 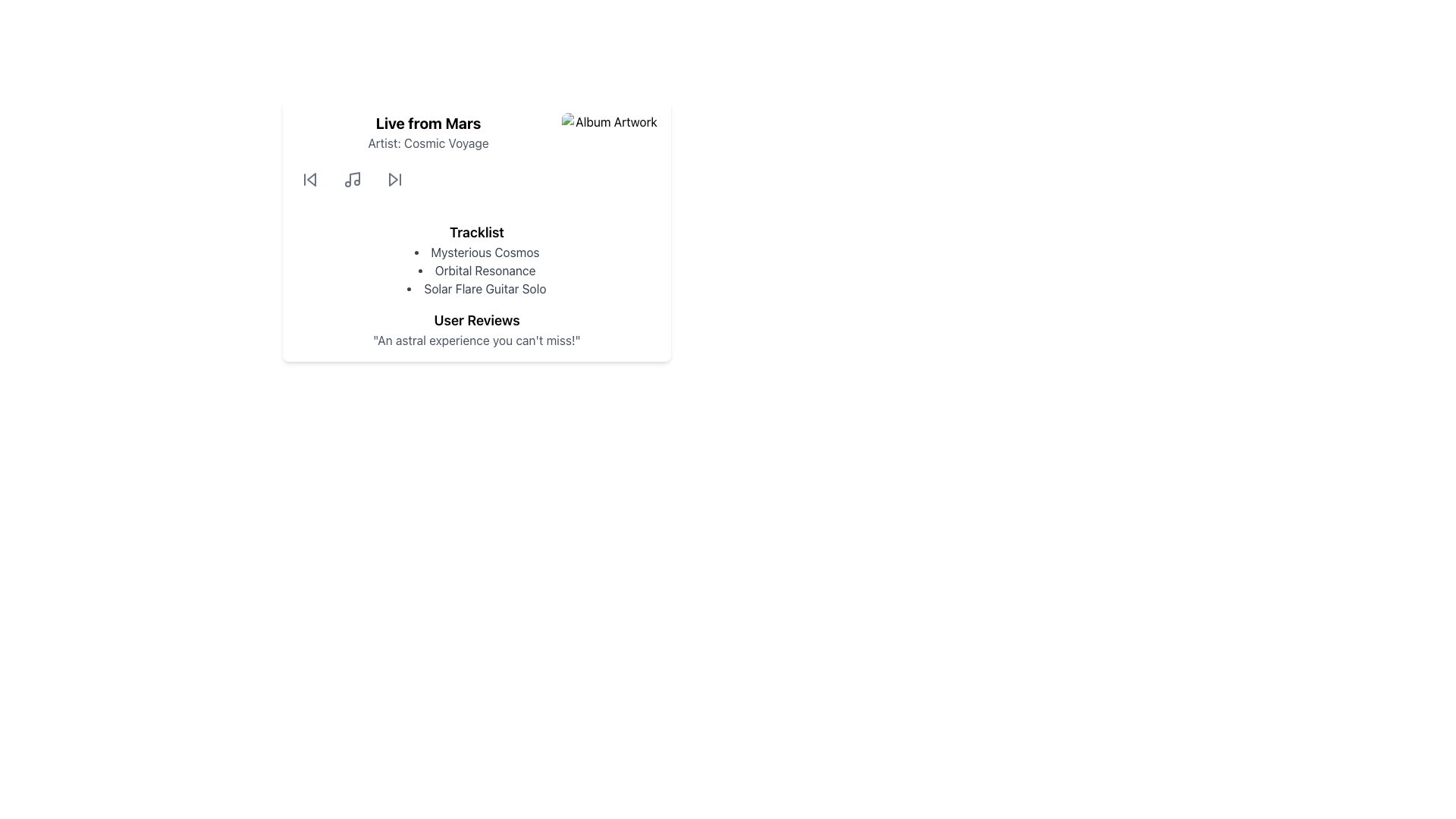 What do you see at coordinates (353, 177) in the screenshot?
I see `the vertical line and curve of the music note SVG icon, which is a subcomponent of the musical note icon indicating music-related functionality` at bounding box center [353, 177].